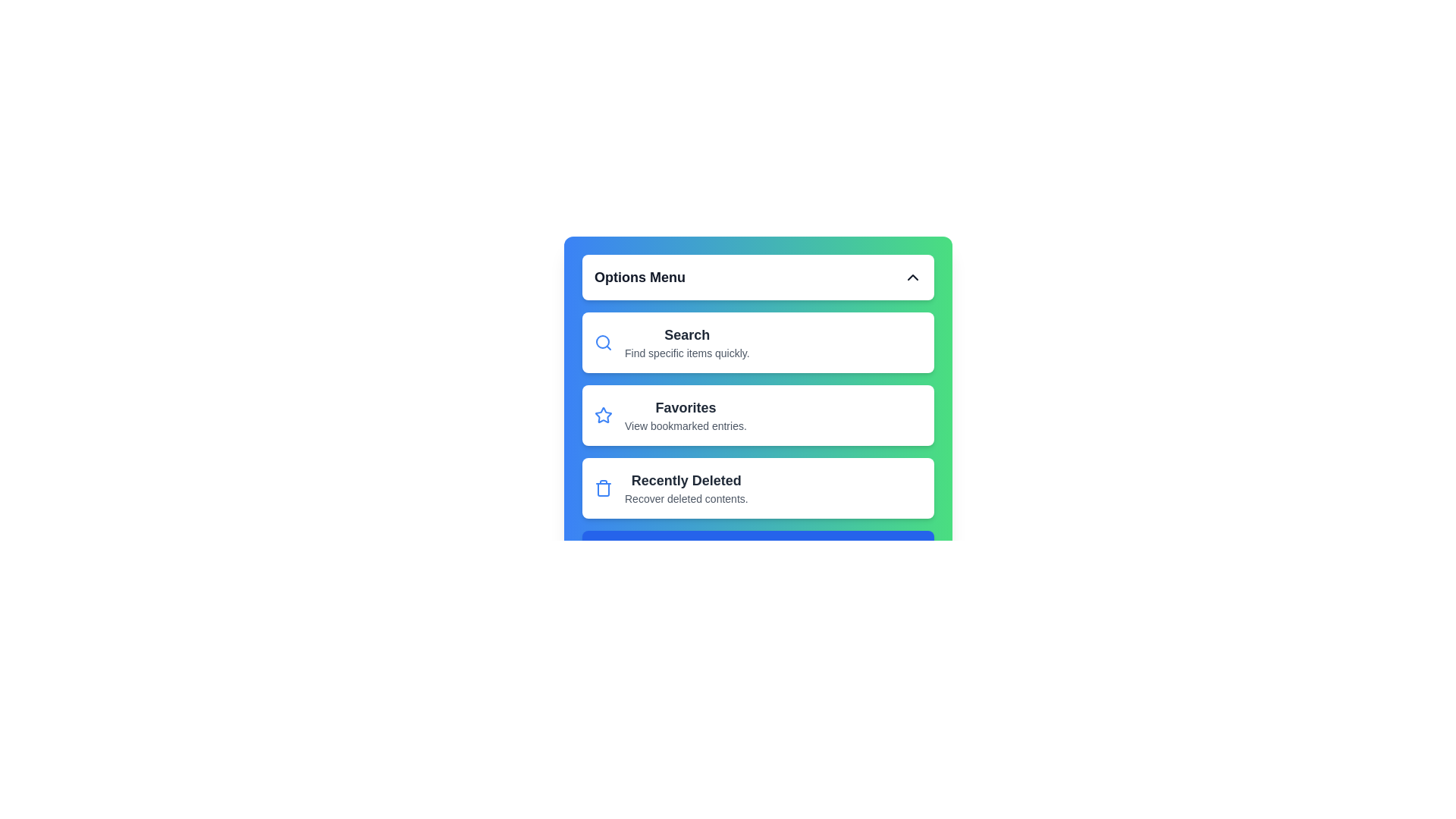 This screenshot has width=1456, height=819. I want to click on the Label with description text that reads 'Favorites' and 'View bookmarked entries.' centrally located in the second card of the options list, so click(685, 415).